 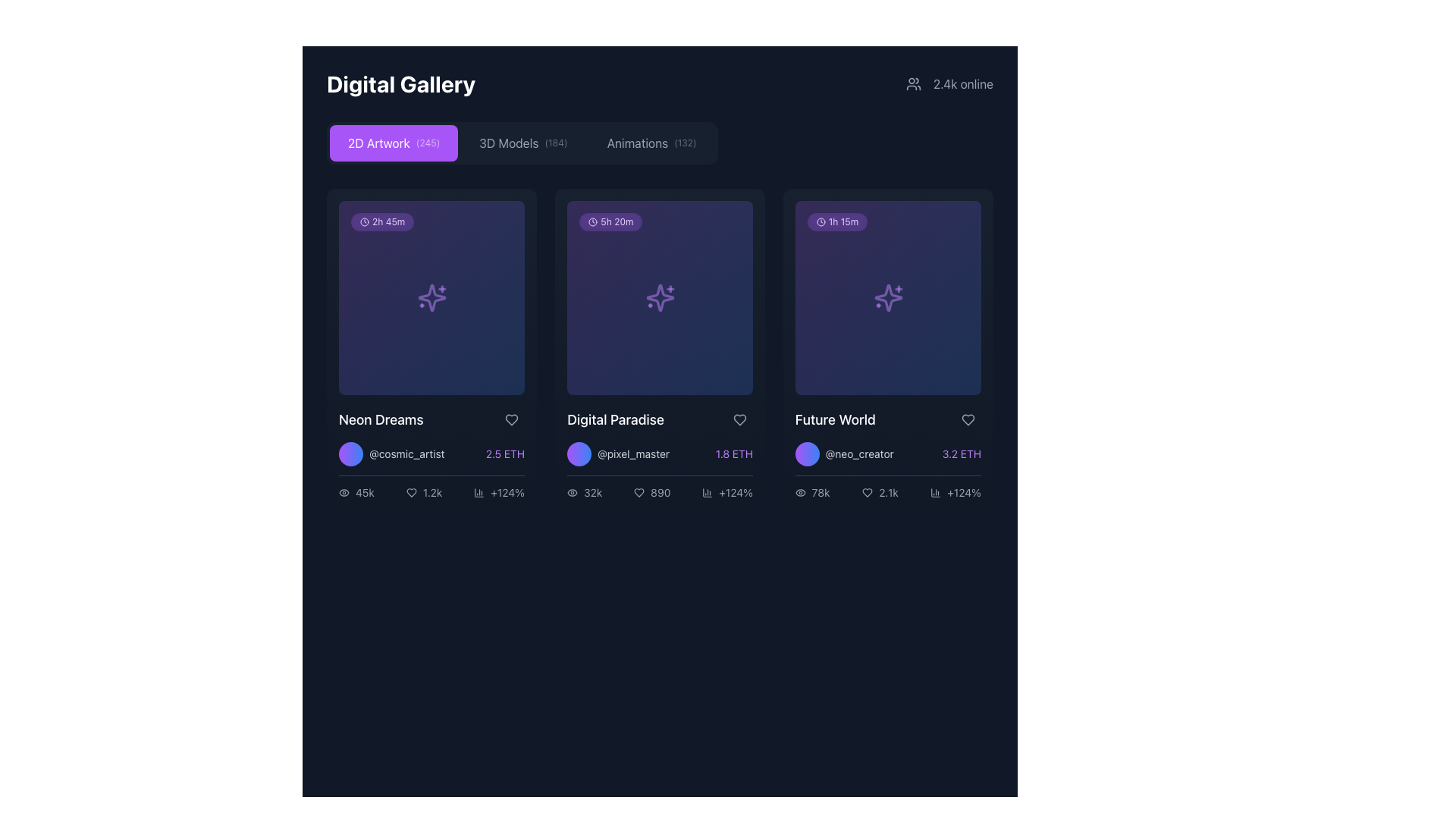 I want to click on text content of the label displaying '1.8 ETH' in light purple color, located in the lower-right section below the 'Digital Paradise' card, so click(x=734, y=453).